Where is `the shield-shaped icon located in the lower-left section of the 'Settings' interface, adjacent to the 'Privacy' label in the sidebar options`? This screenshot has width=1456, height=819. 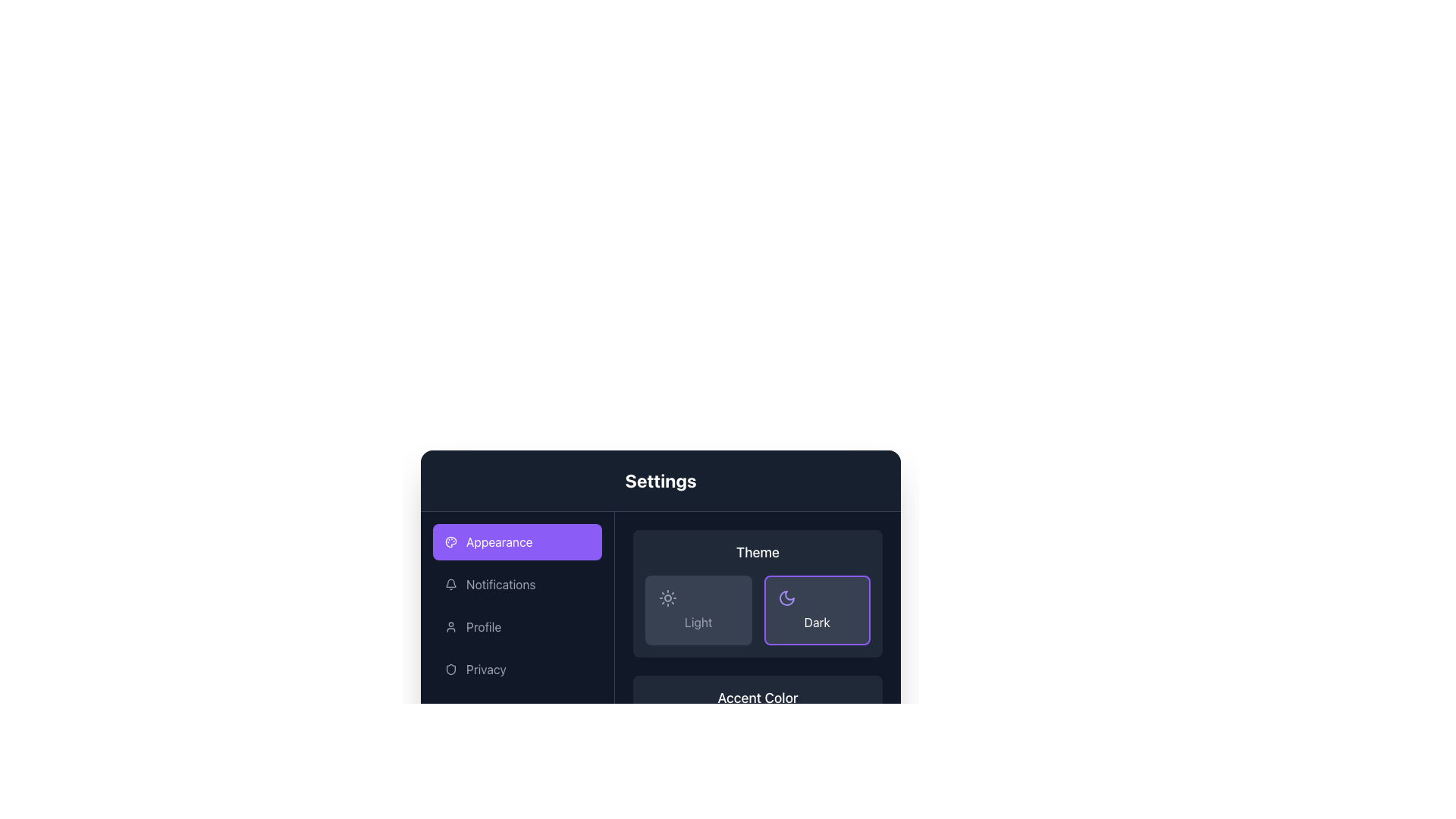
the shield-shaped icon located in the lower-left section of the 'Settings' interface, adjacent to the 'Privacy' label in the sidebar options is located at coordinates (450, 669).